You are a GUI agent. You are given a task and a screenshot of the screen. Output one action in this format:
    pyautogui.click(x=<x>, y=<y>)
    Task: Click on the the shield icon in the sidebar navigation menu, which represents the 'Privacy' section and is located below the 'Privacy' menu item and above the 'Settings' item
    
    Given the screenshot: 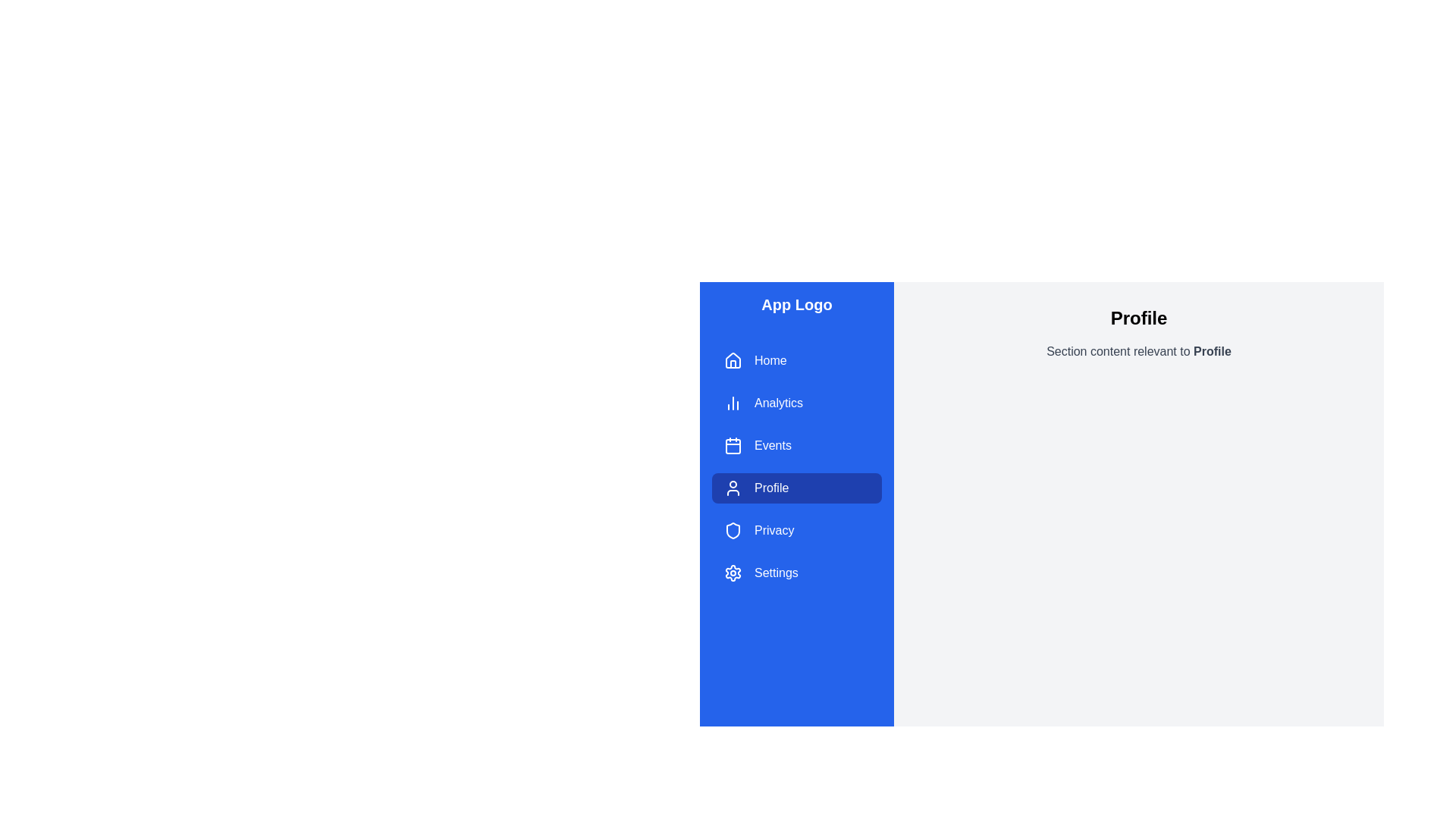 What is the action you would take?
    pyautogui.click(x=733, y=529)
    